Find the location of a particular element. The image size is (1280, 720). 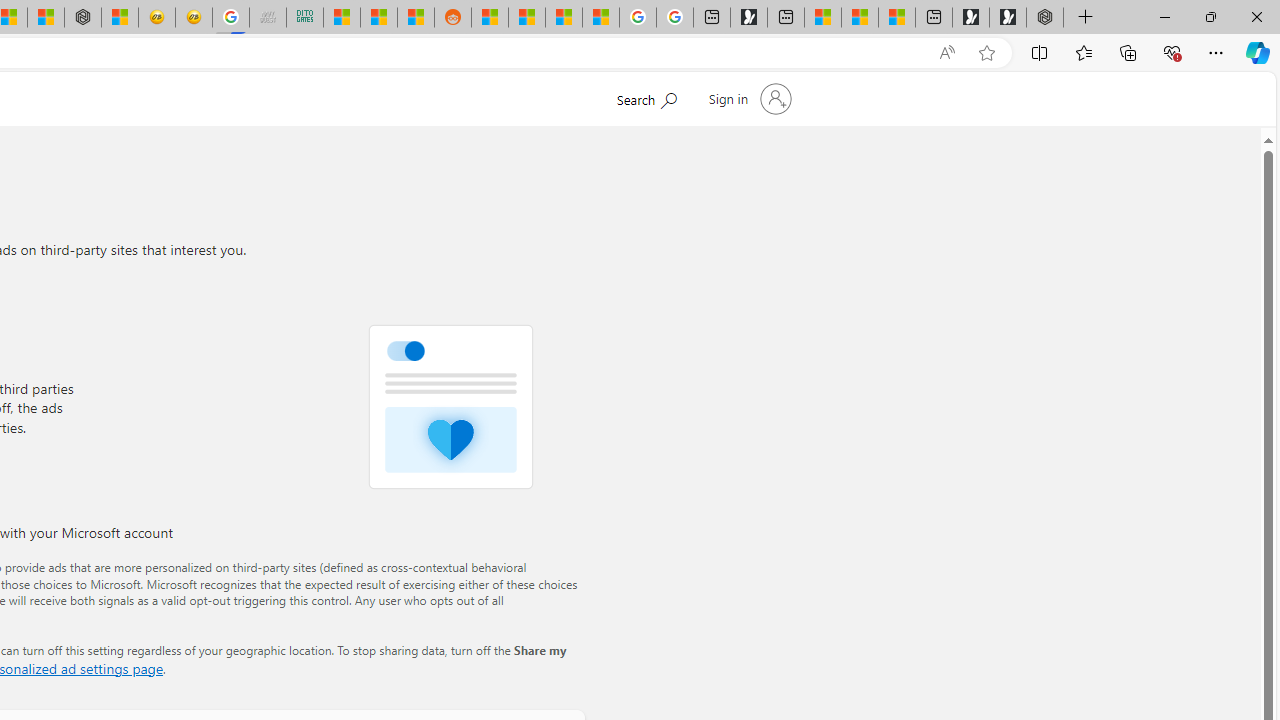

'Search Microsoft.com' is located at coordinates (646, 97).